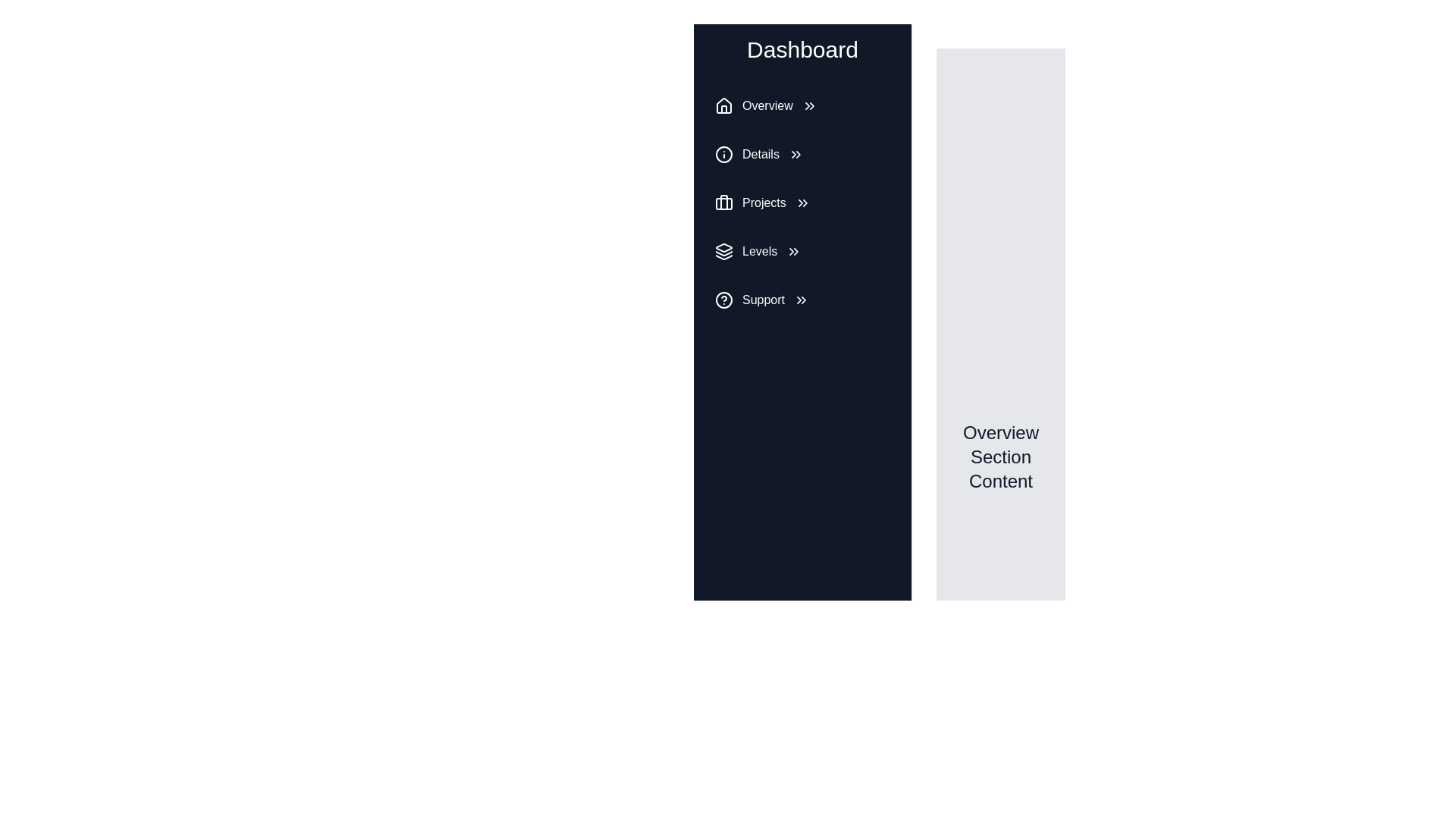 The height and width of the screenshot is (819, 1456). I want to click on the small monochrome briefcase icon located in the 'Projects' menu item on the left-side navigation panel, so click(723, 202).